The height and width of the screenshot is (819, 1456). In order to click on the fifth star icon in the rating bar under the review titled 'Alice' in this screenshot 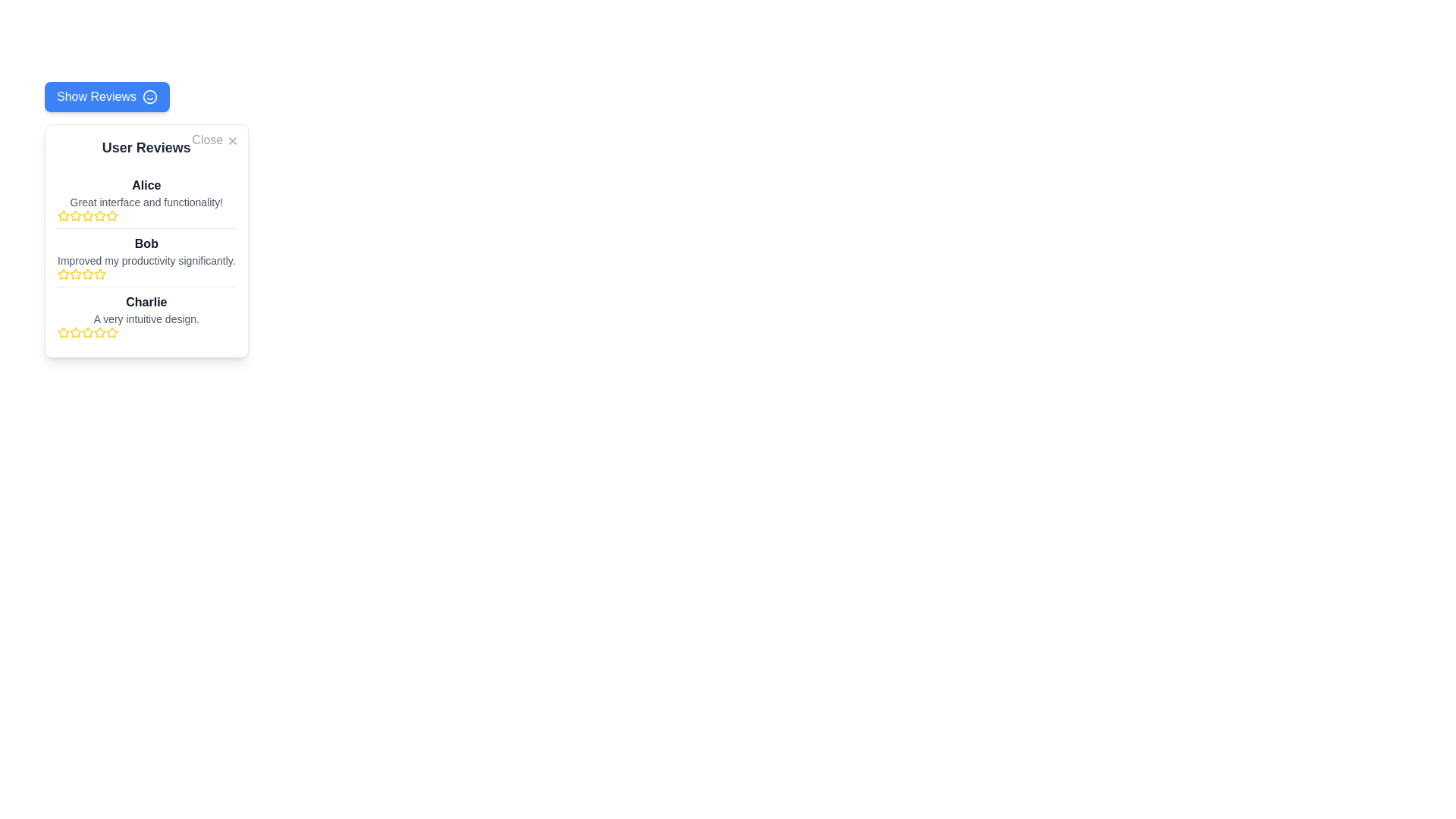, I will do `click(111, 216)`.